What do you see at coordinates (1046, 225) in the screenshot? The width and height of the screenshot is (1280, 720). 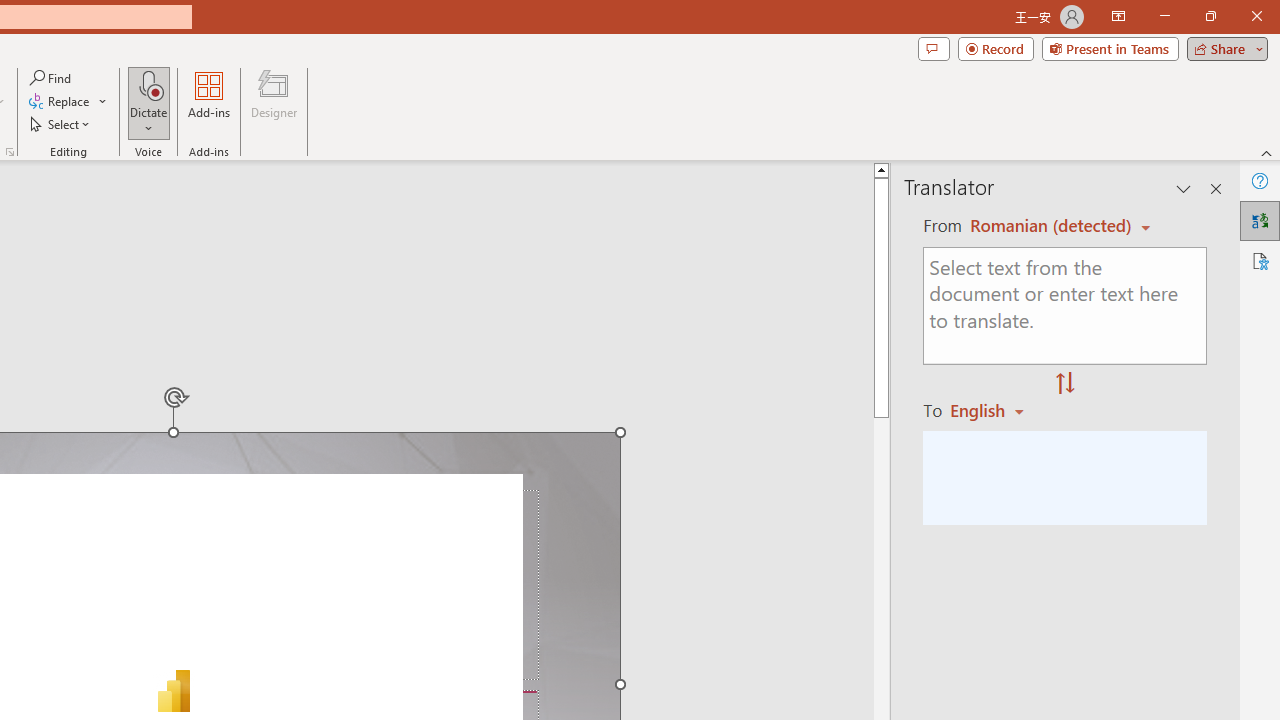 I see `'Romanian (detected)'` at bounding box center [1046, 225].